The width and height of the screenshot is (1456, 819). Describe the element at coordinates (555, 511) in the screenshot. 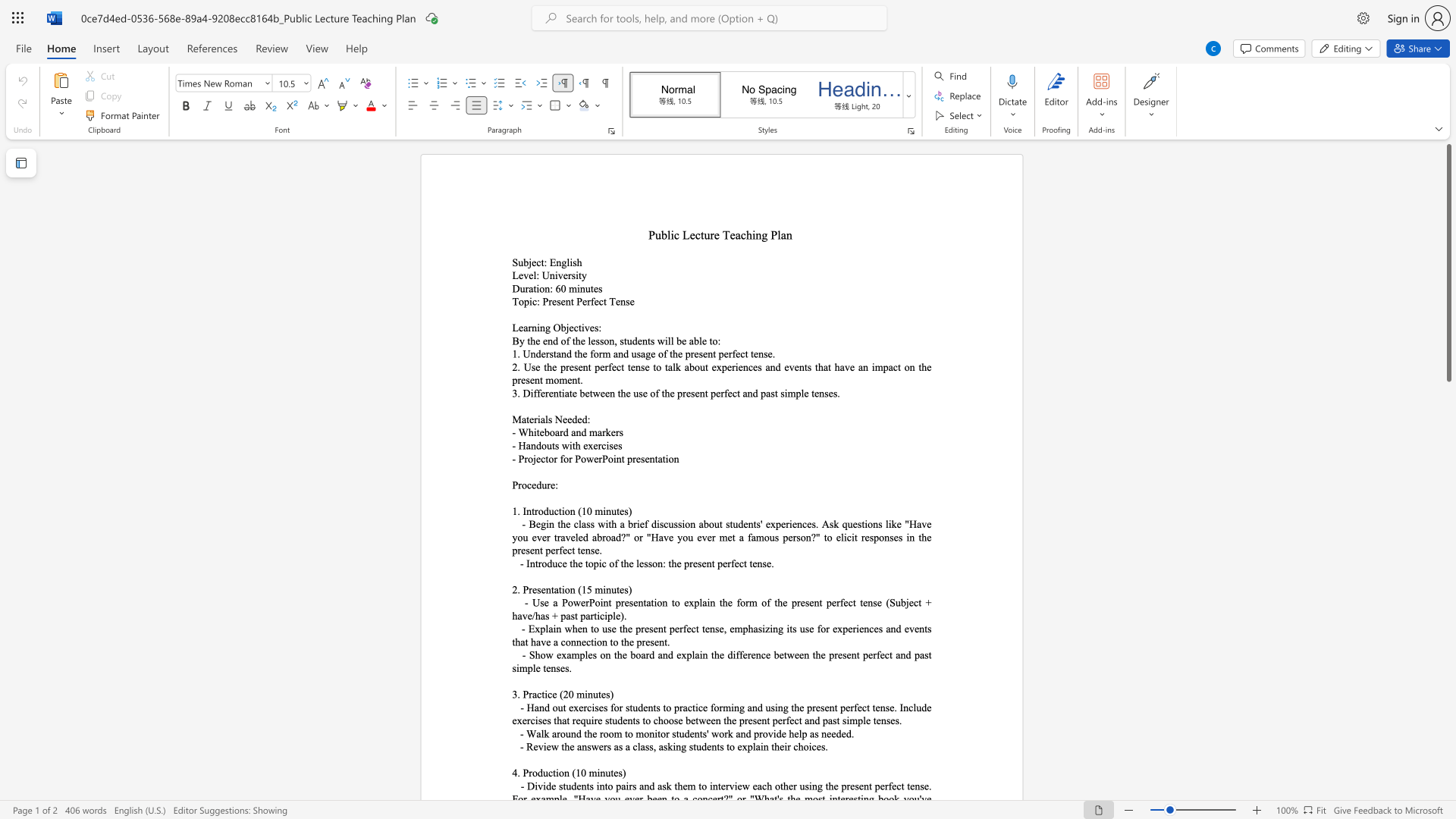

I see `the 1th character "c" in the text` at that location.